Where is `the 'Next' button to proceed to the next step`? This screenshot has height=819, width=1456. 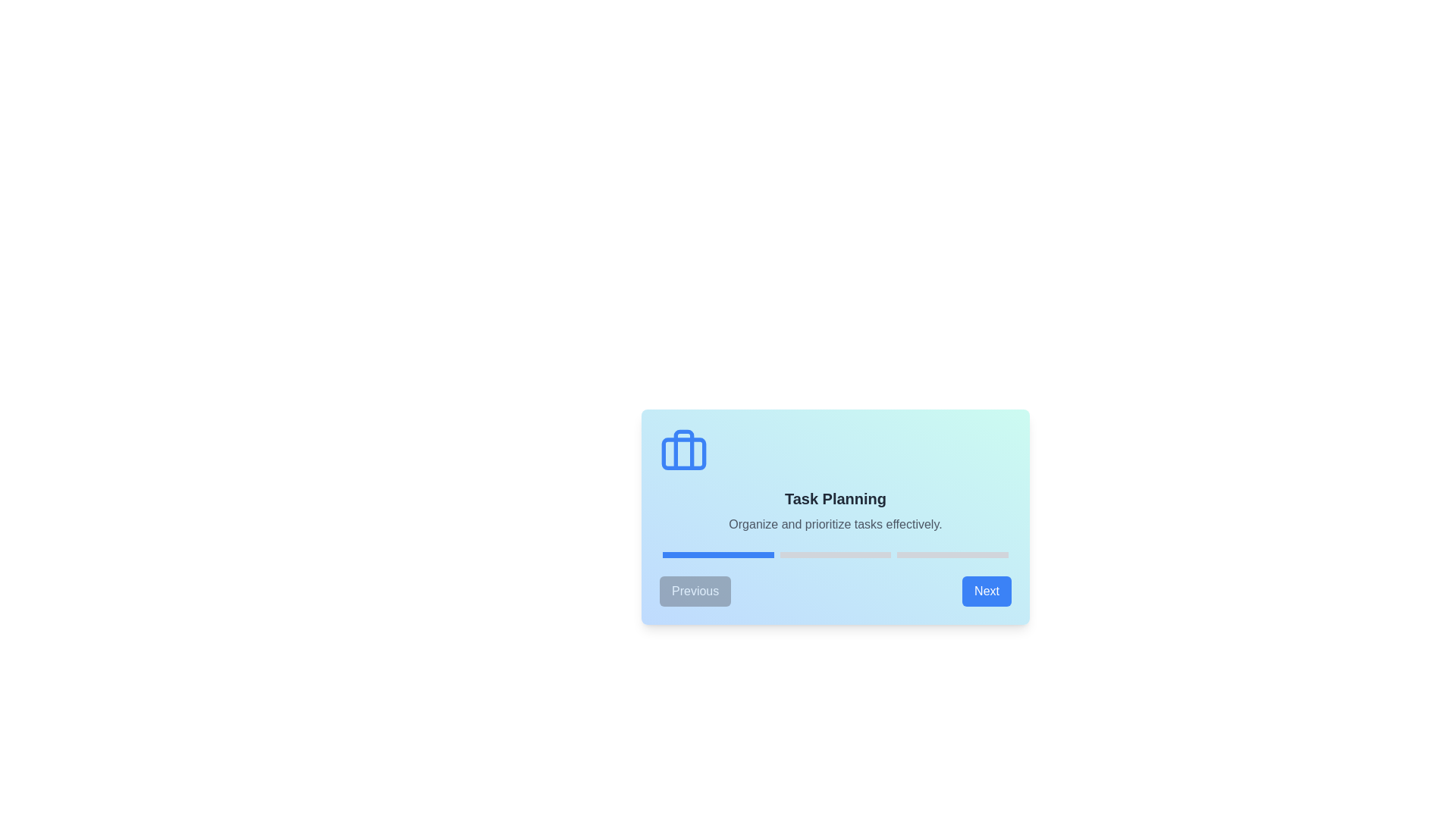 the 'Next' button to proceed to the next step is located at coordinates (986, 590).